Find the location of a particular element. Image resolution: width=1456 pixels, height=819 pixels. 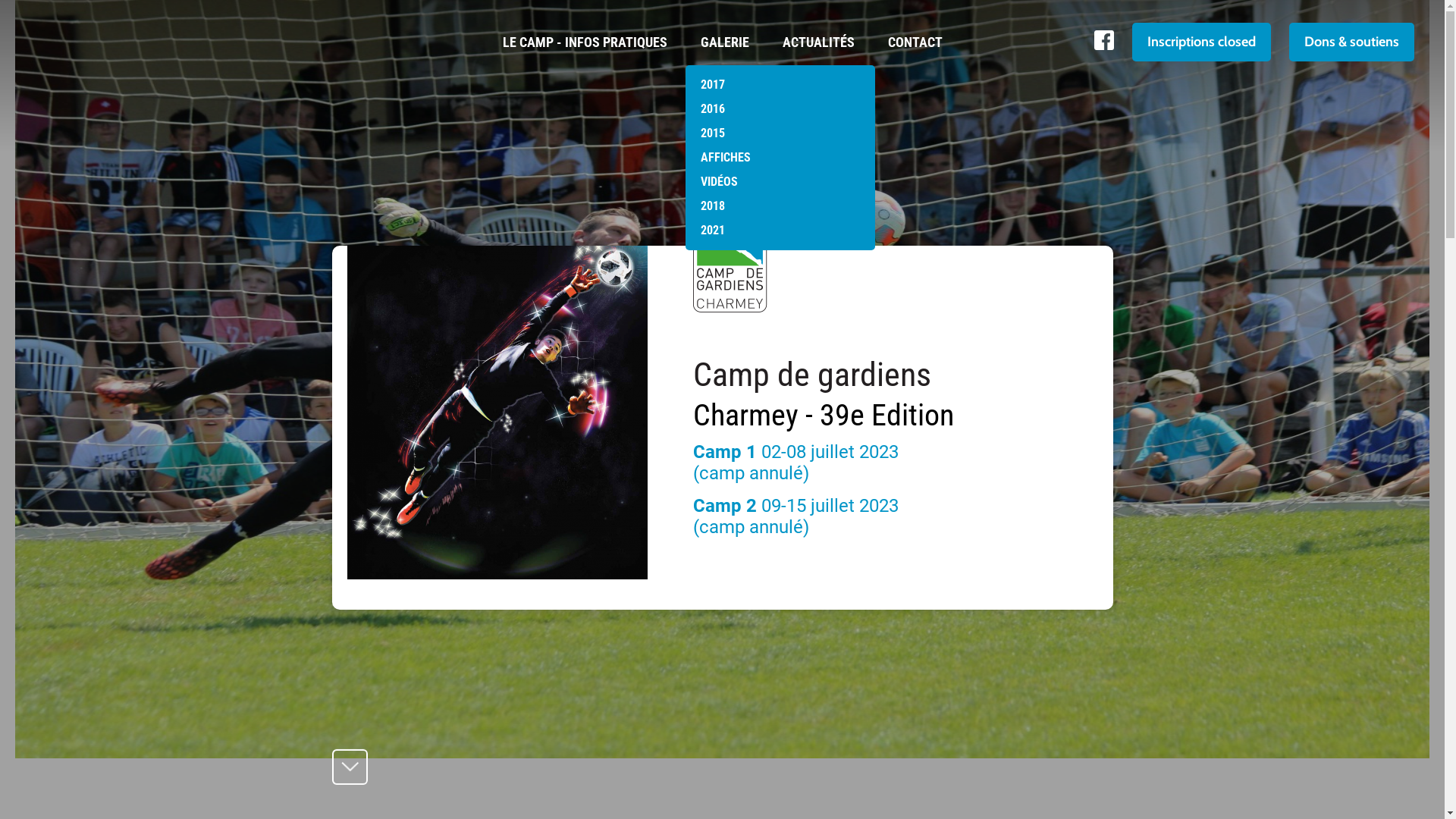

'2016' is located at coordinates (780, 108).